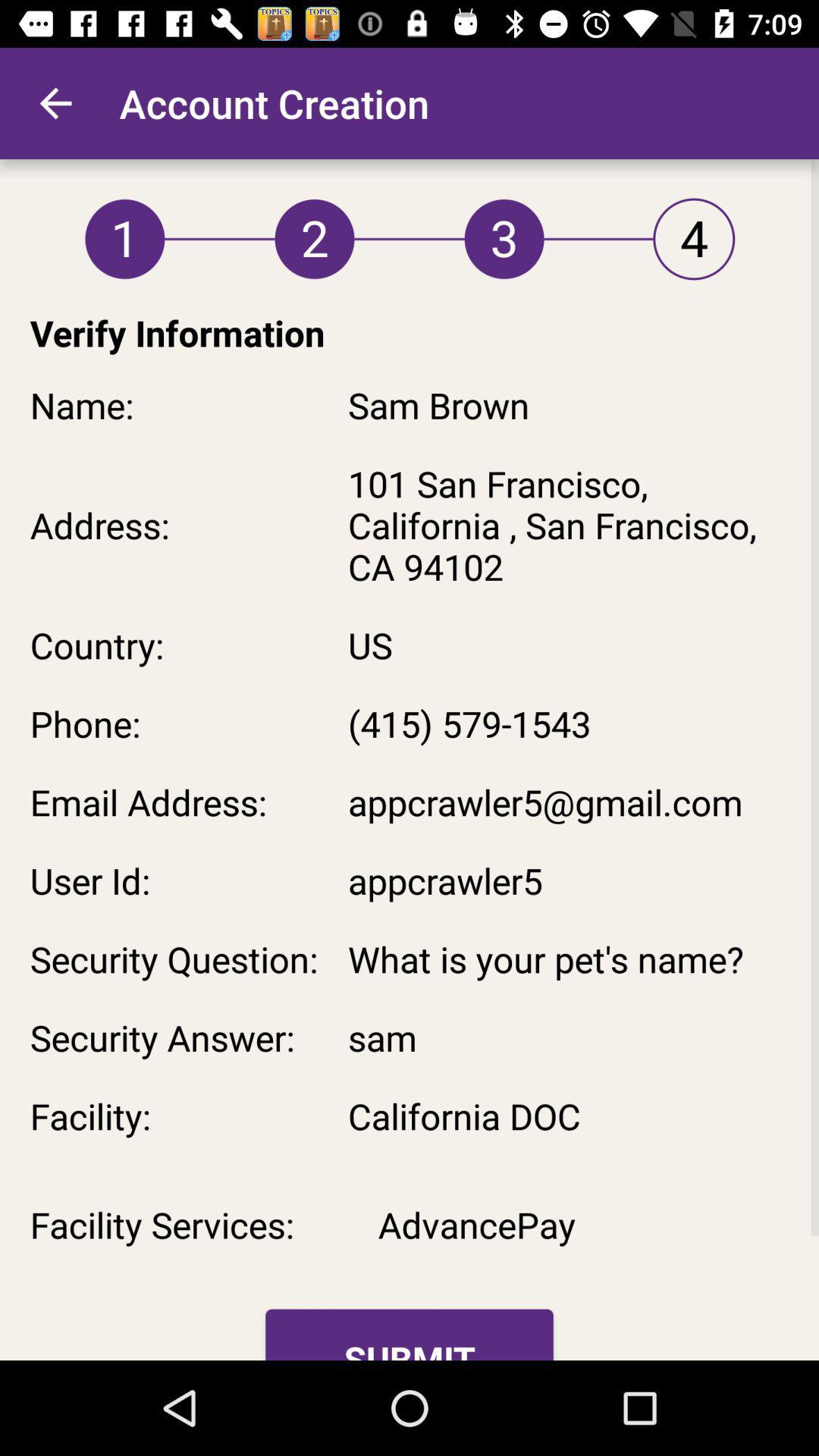 This screenshot has width=819, height=1456. What do you see at coordinates (409, 1335) in the screenshot?
I see `the icon below the facility services:` at bounding box center [409, 1335].